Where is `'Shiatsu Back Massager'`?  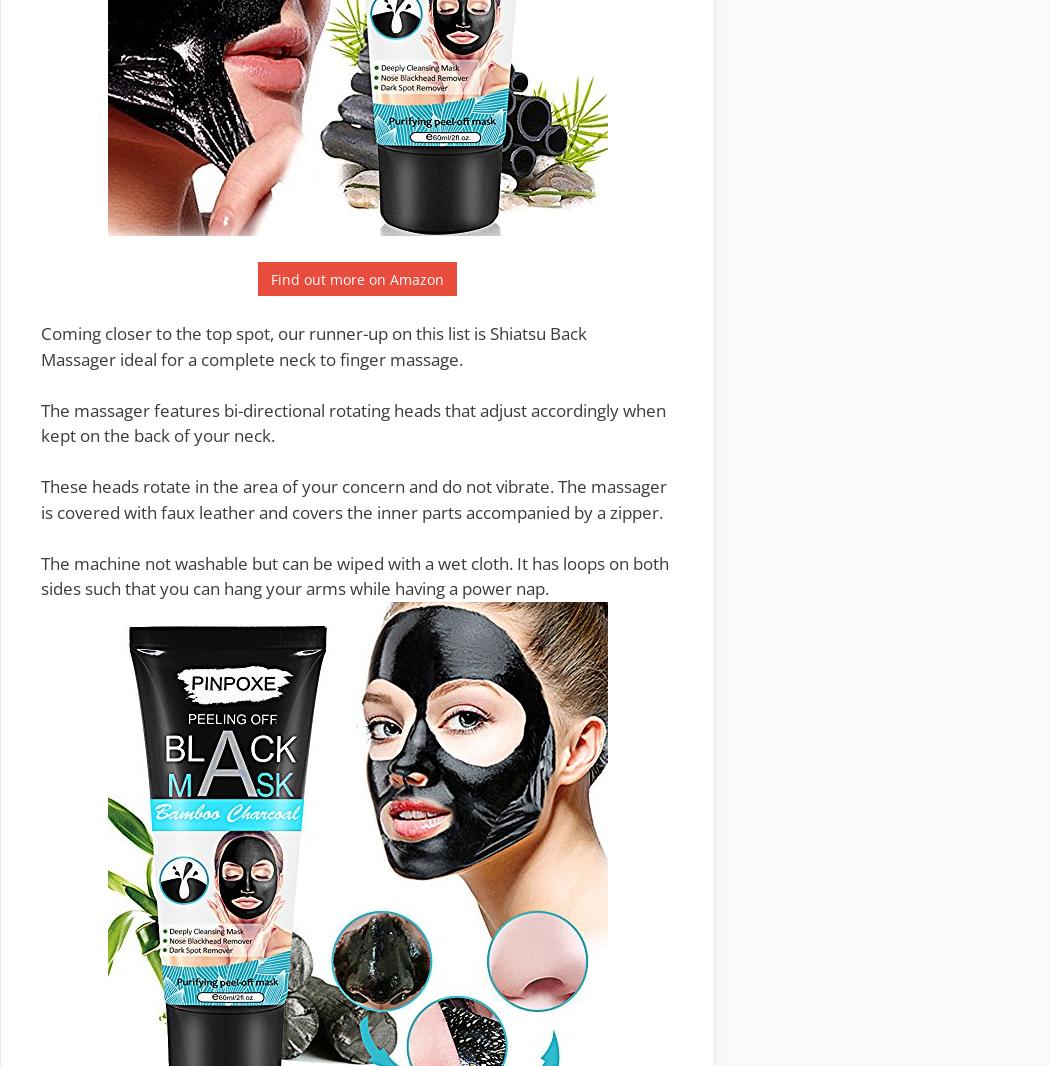 'Shiatsu Back Massager' is located at coordinates (313, 346).